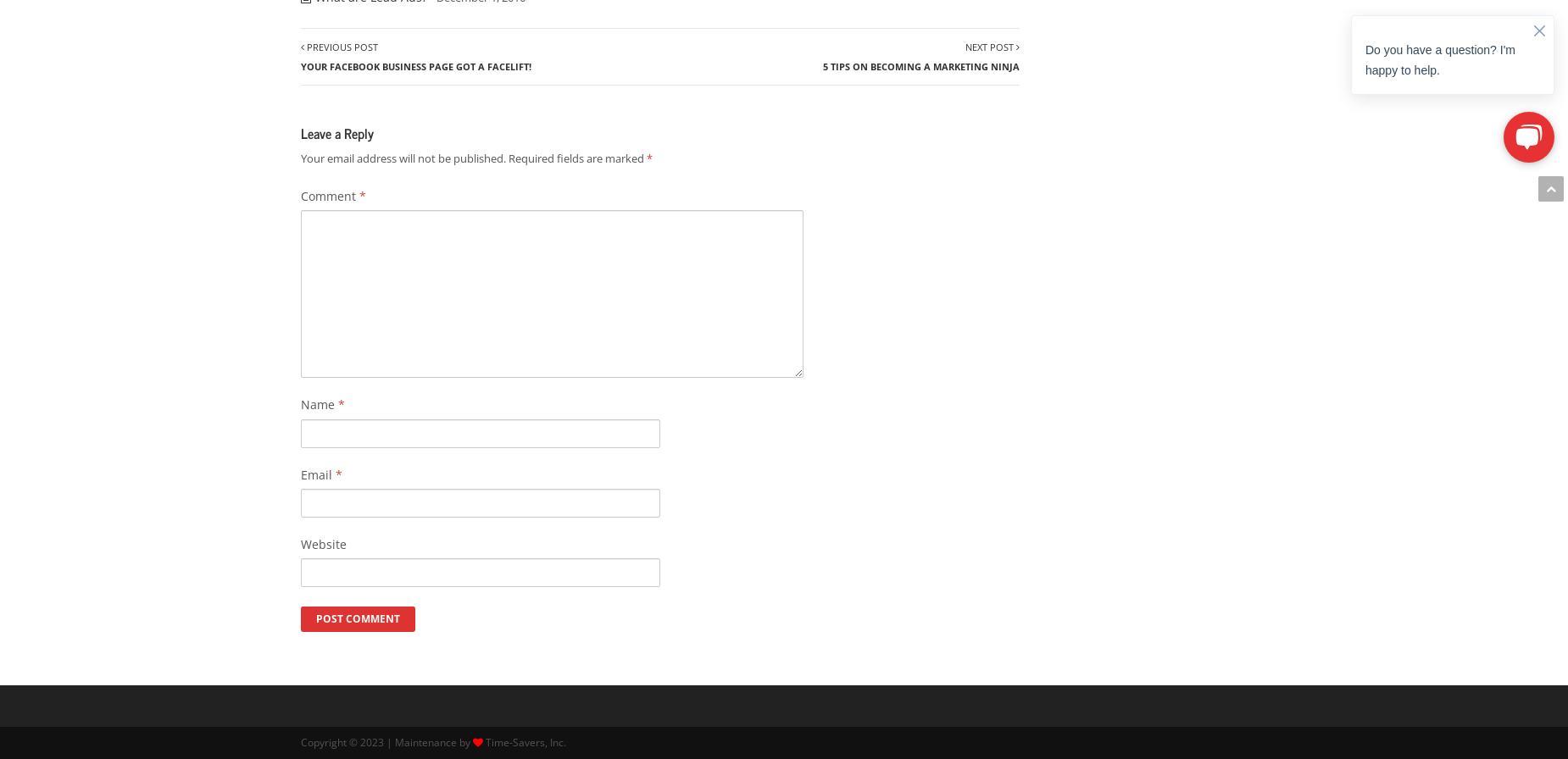 The height and width of the screenshot is (759, 1568). Describe the element at coordinates (525, 742) in the screenshot. I see `'Time-Savers, Inc.'` at that location.